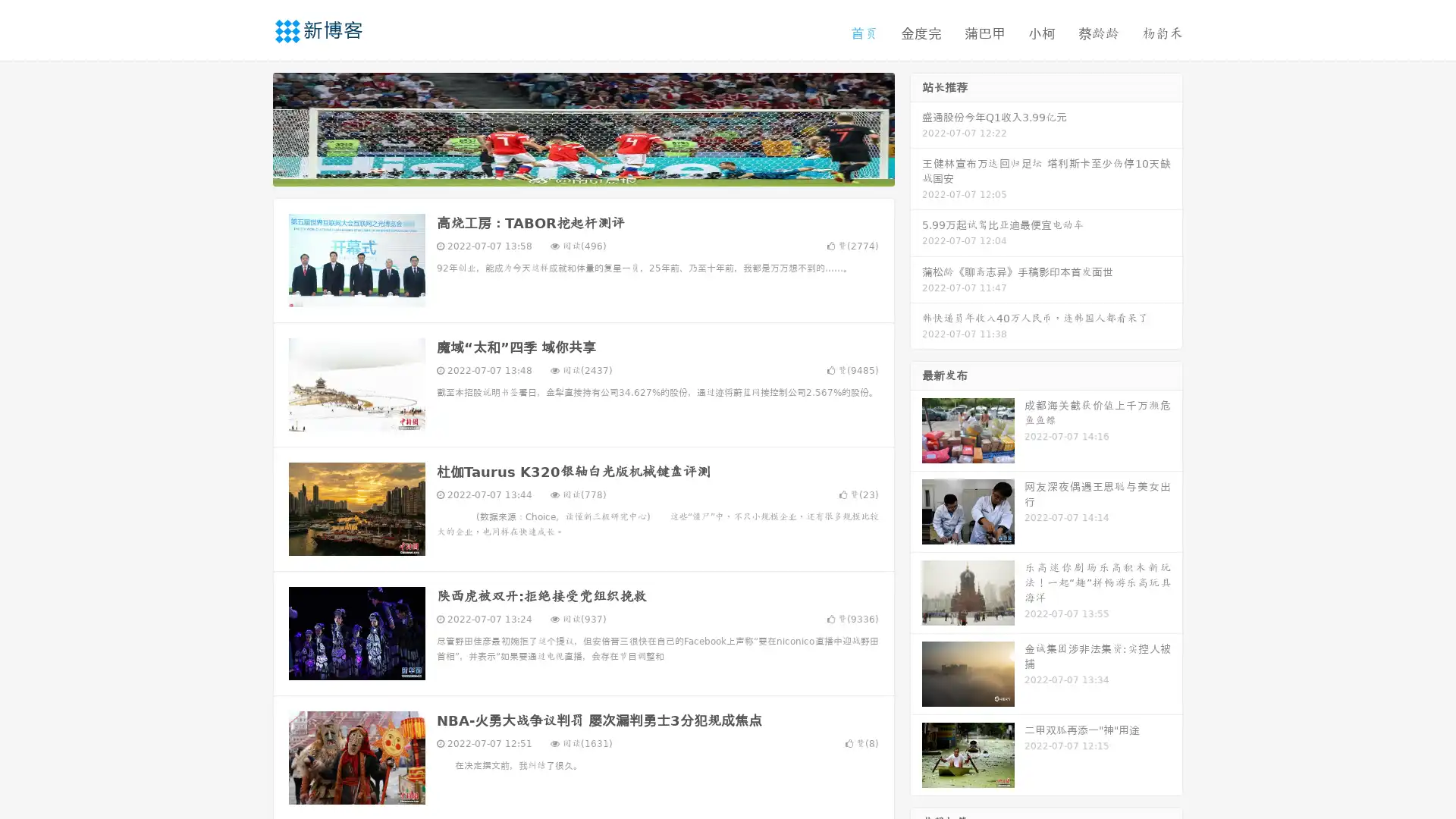 The width and height of the screenshot is (1456, 819). Describe the element at coordinates (916, 127) in the screenshot. I see `Next slide` at that location.